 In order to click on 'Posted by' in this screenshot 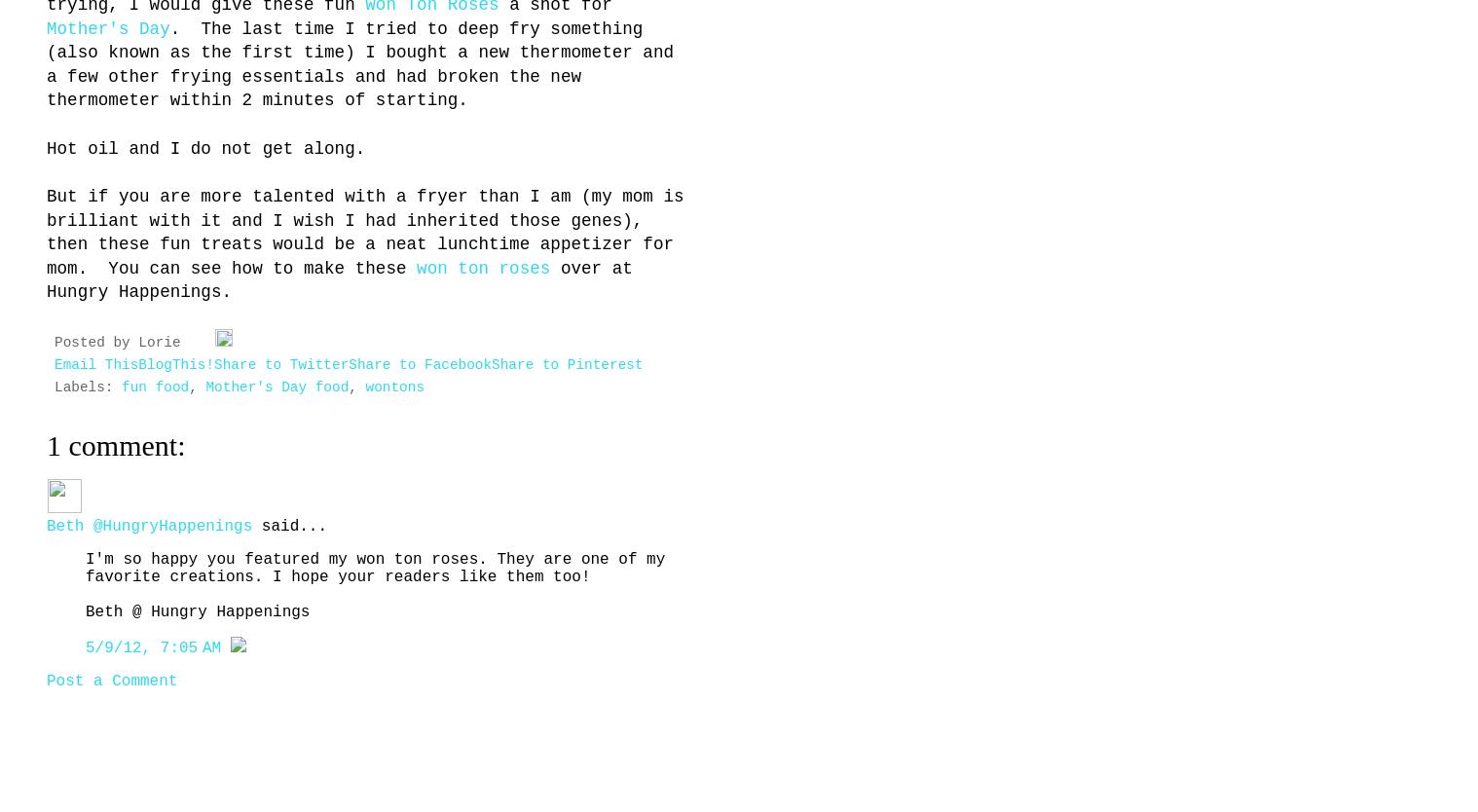, I will do `click(94, 342)`.